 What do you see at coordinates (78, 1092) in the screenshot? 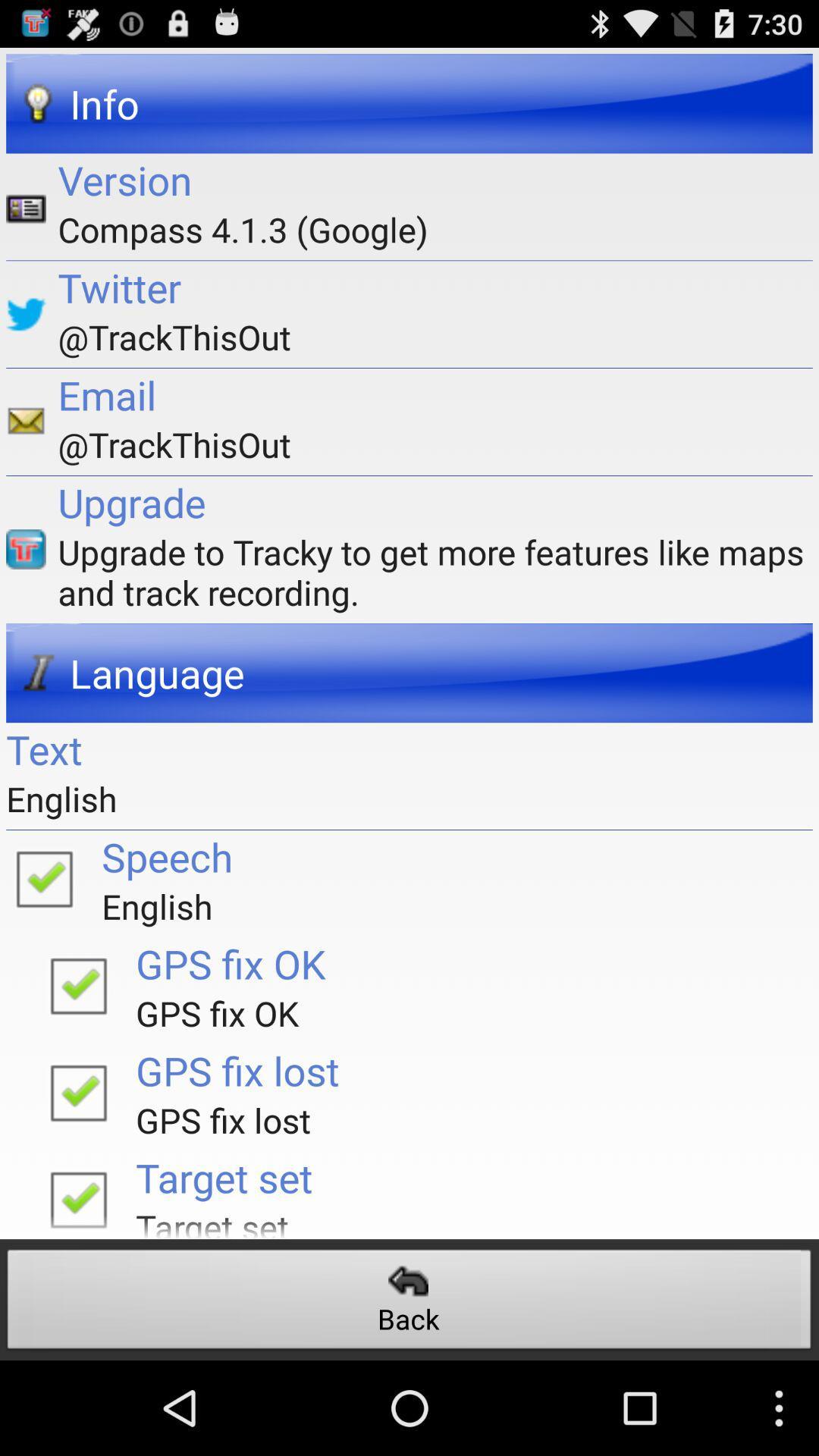
I see `click option` at bounding box center [78, 1092].